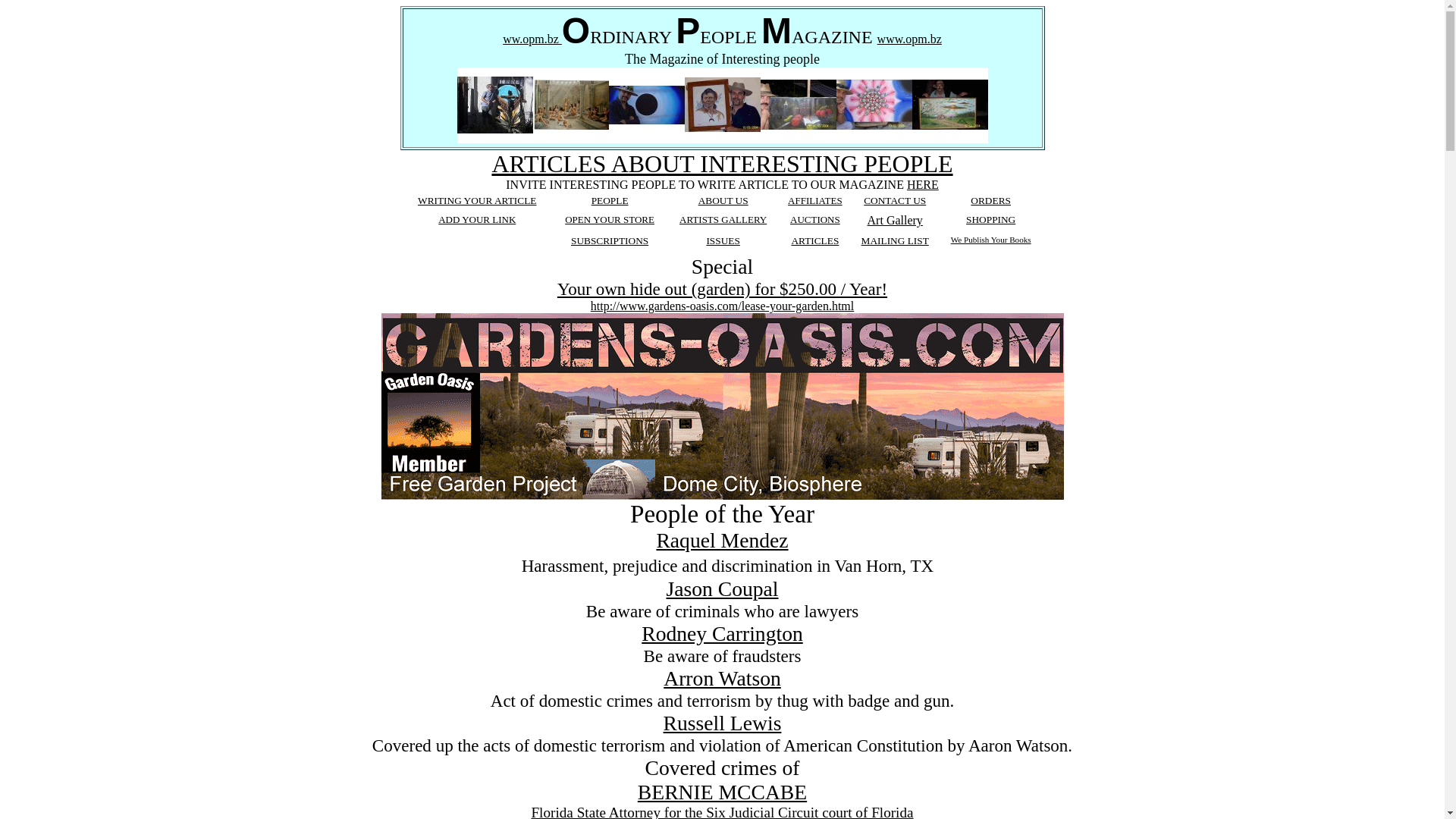 The image size is (1456, 819). I want to click on 'http://www.gardens-oasis.com/lease-your-garden.html', so click(721, 306).